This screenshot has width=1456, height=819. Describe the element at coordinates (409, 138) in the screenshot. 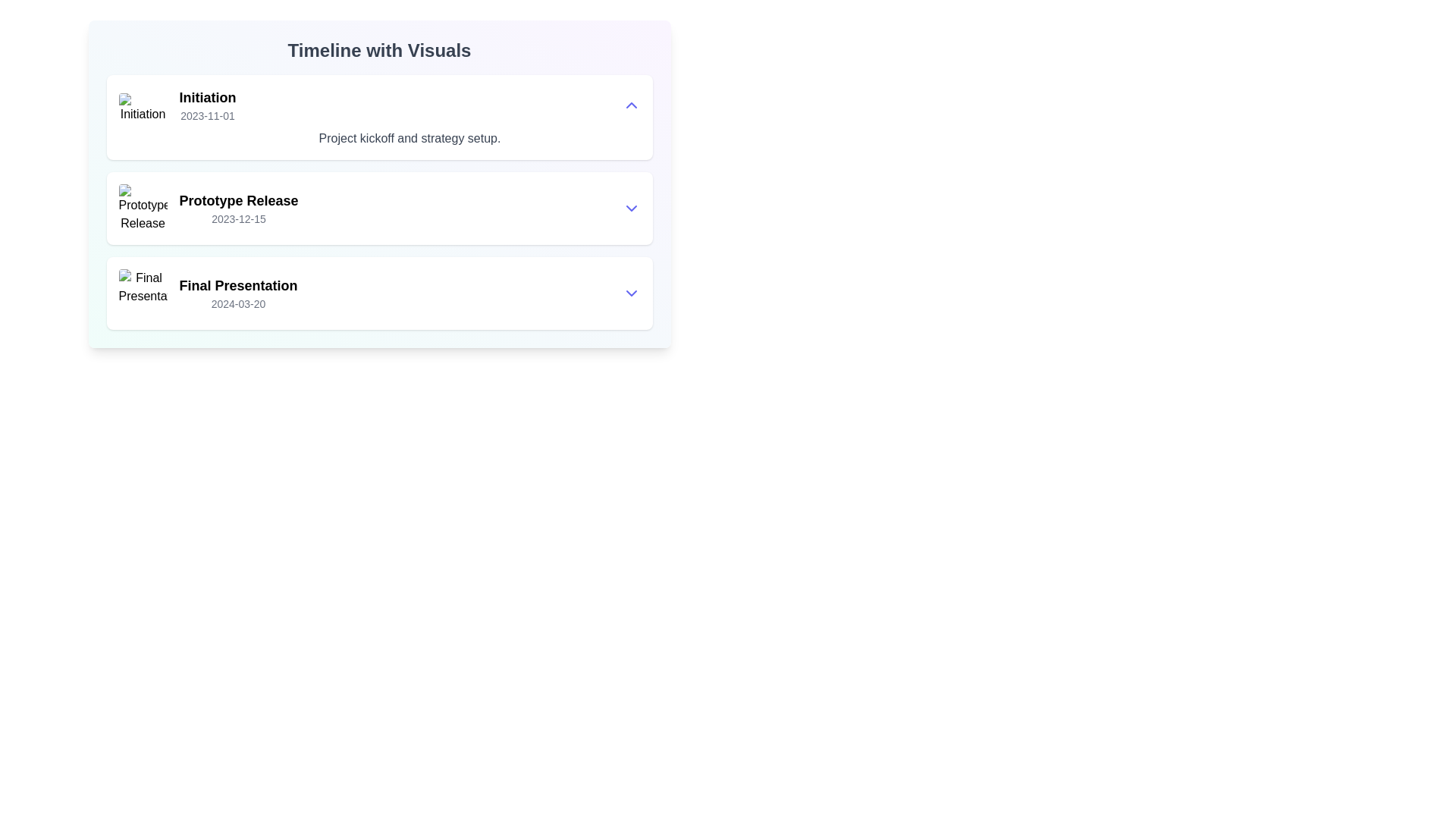

I see `the content of the text label that provides additional information` at that location.